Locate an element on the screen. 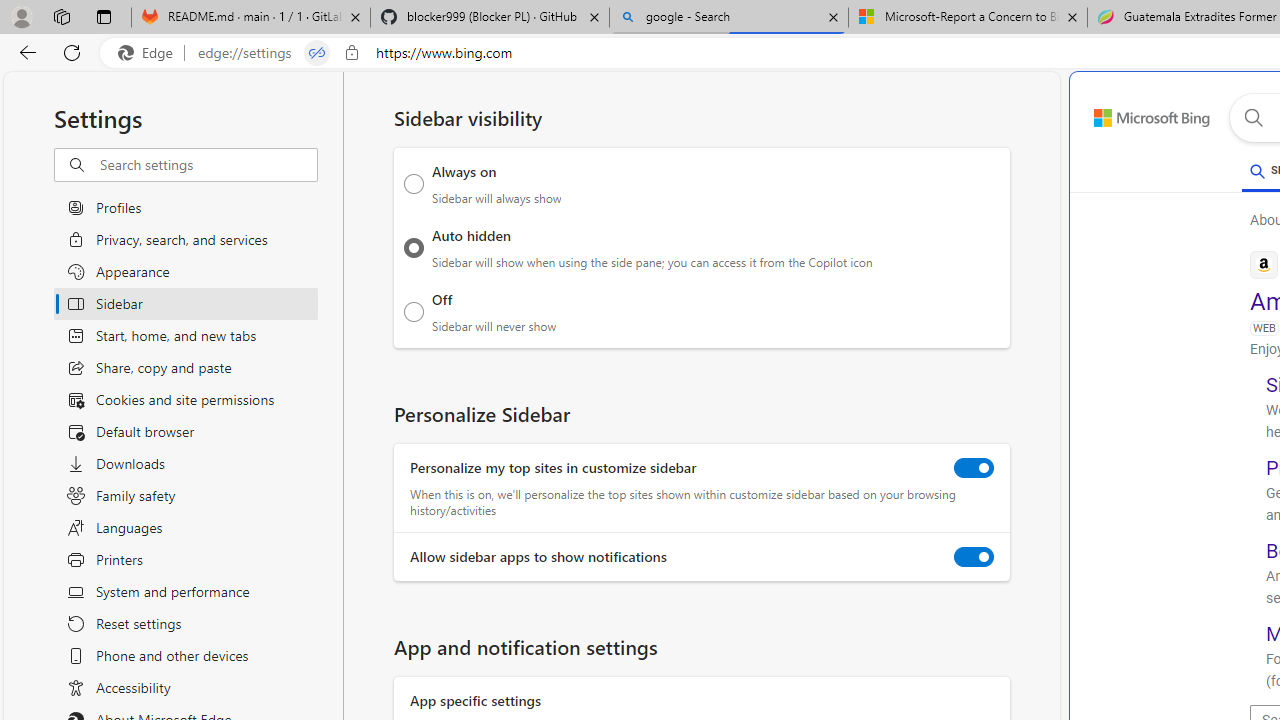 This screenshot has width=1280, height=720. 'google - Search' is located at coordinates (728, 17).